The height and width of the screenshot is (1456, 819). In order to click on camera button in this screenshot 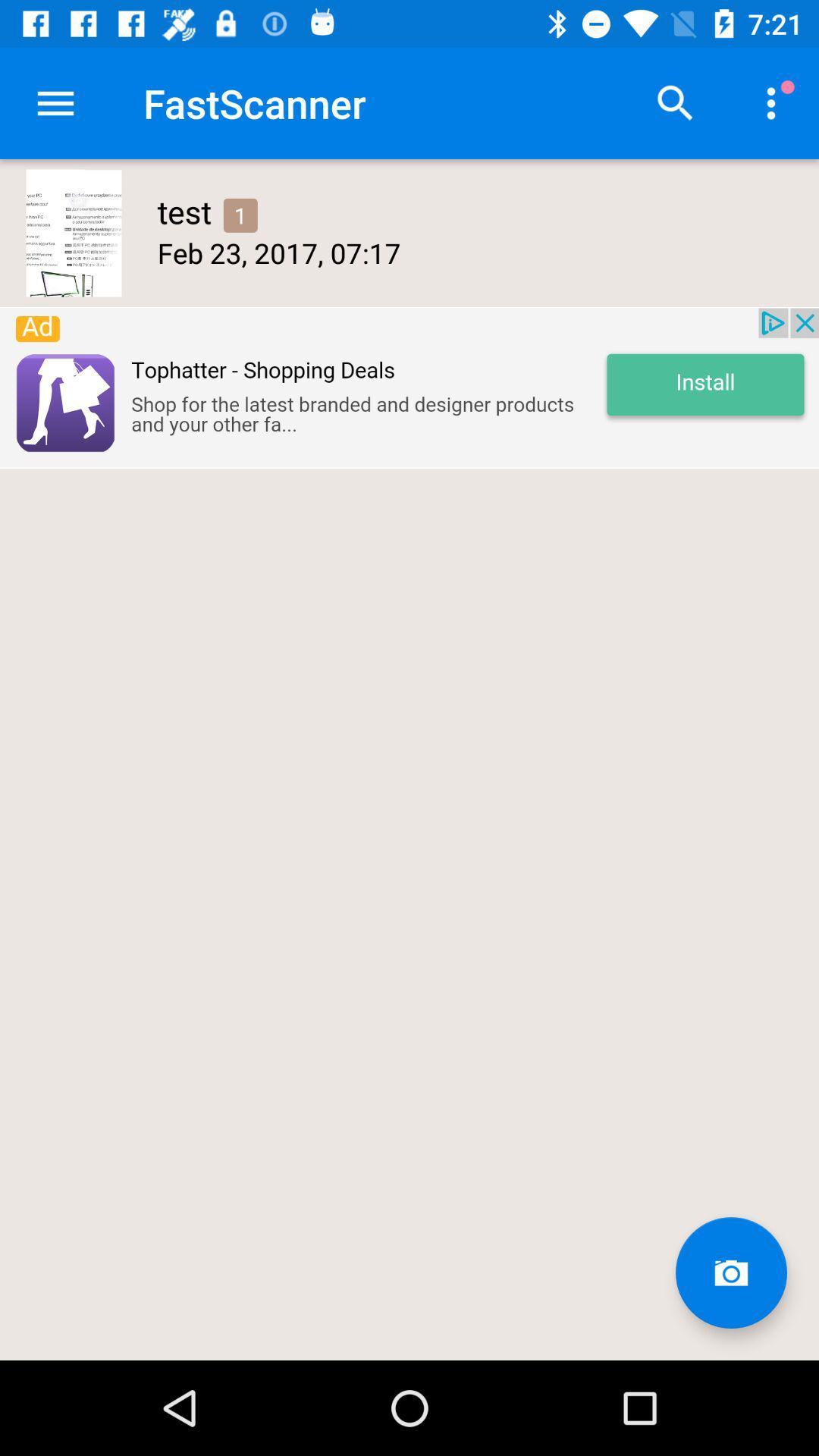, I will do `click(730, 1272)`.